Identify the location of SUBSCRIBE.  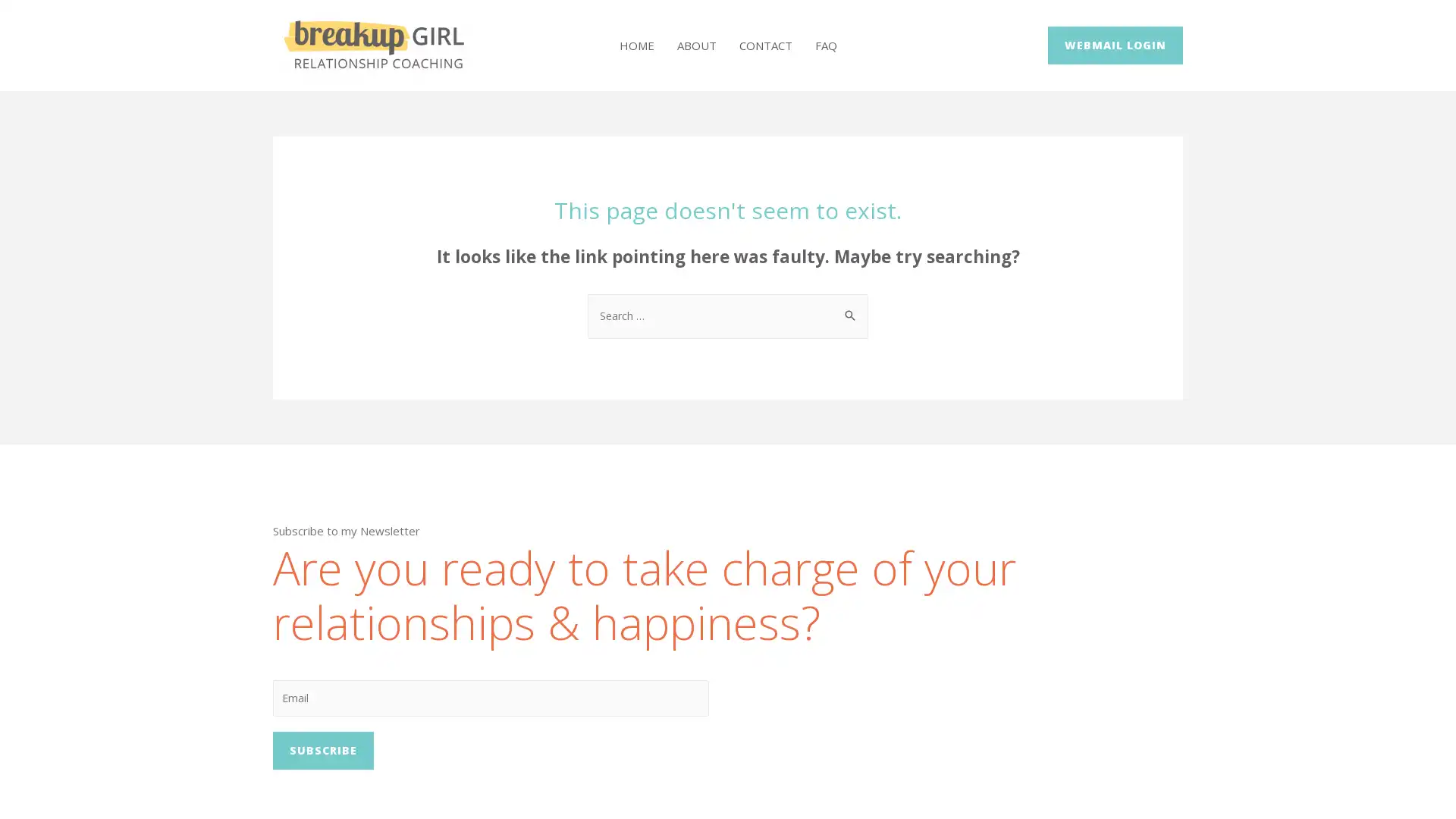
(322, 754).